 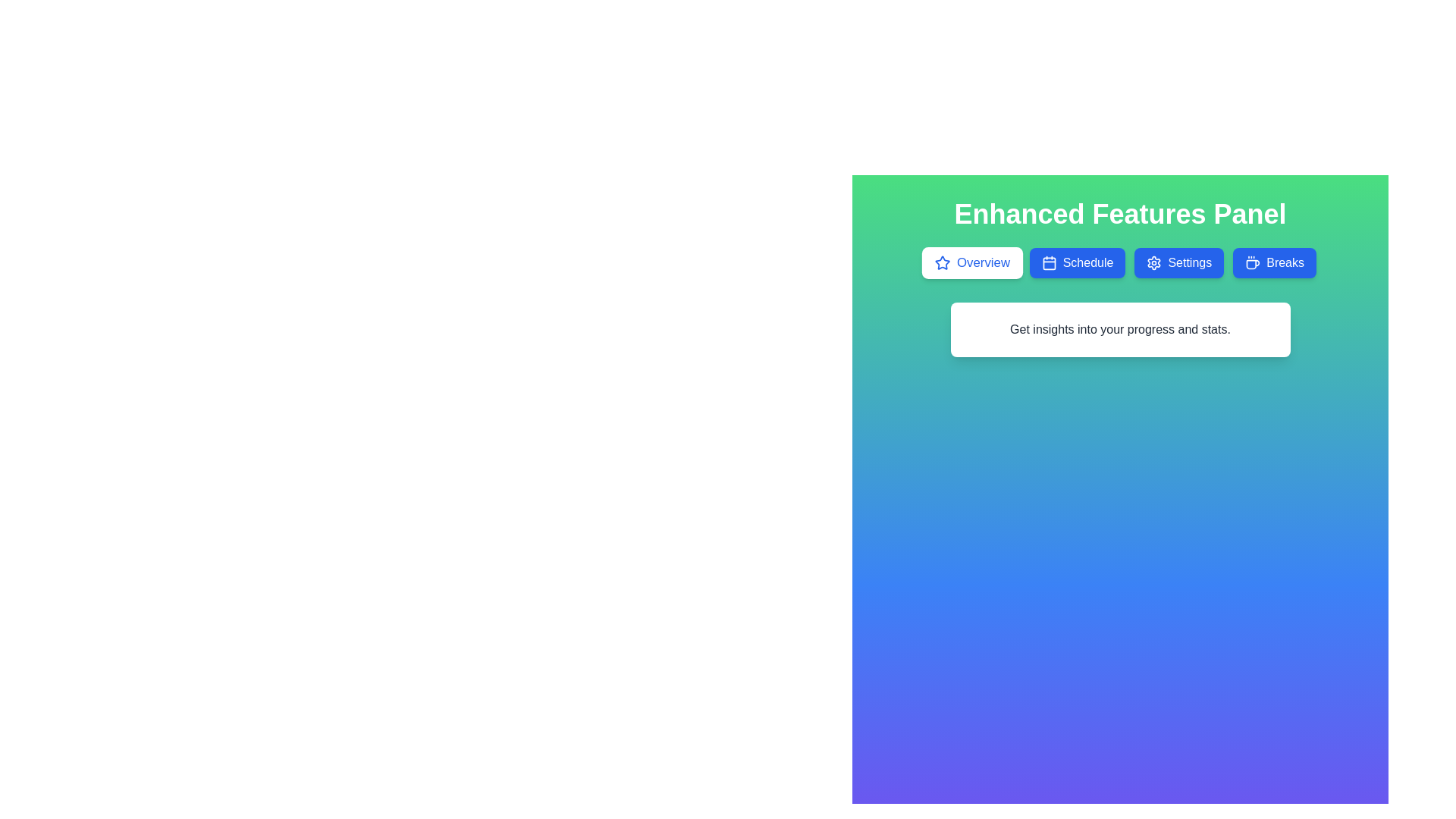 I want to click on the settings button located between the 'Schedule' button on the left and the 'Breaks' button on the right, which is the third button in a horizontal group at the top center of the interface, so click(x=1178, y=262).